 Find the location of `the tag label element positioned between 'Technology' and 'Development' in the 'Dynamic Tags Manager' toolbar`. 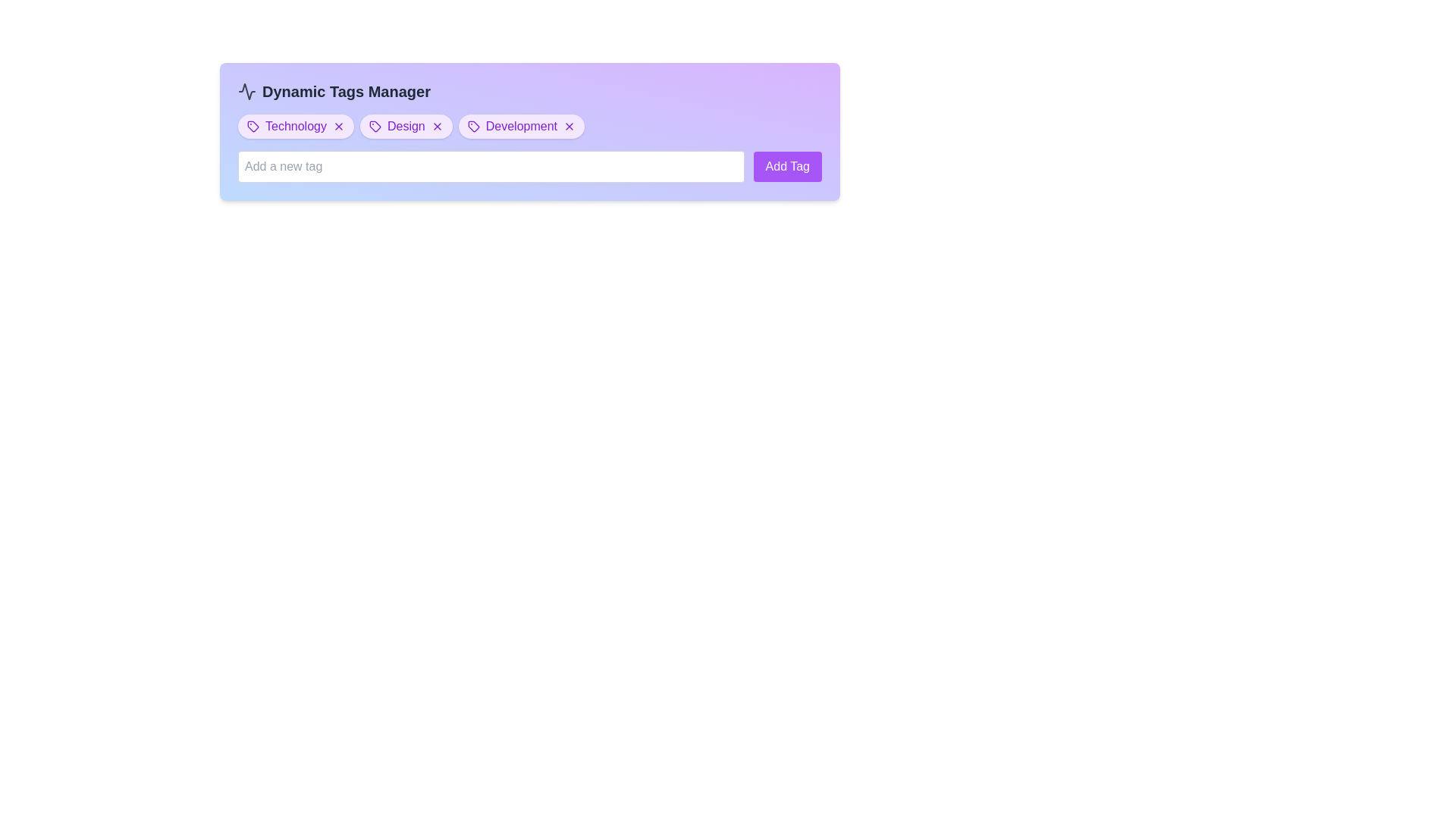

the tag label element positioned between 'Technology' and 'Development' in the 'Dynamic Tags Manager' toolbar is located at coordinates (406, 125).